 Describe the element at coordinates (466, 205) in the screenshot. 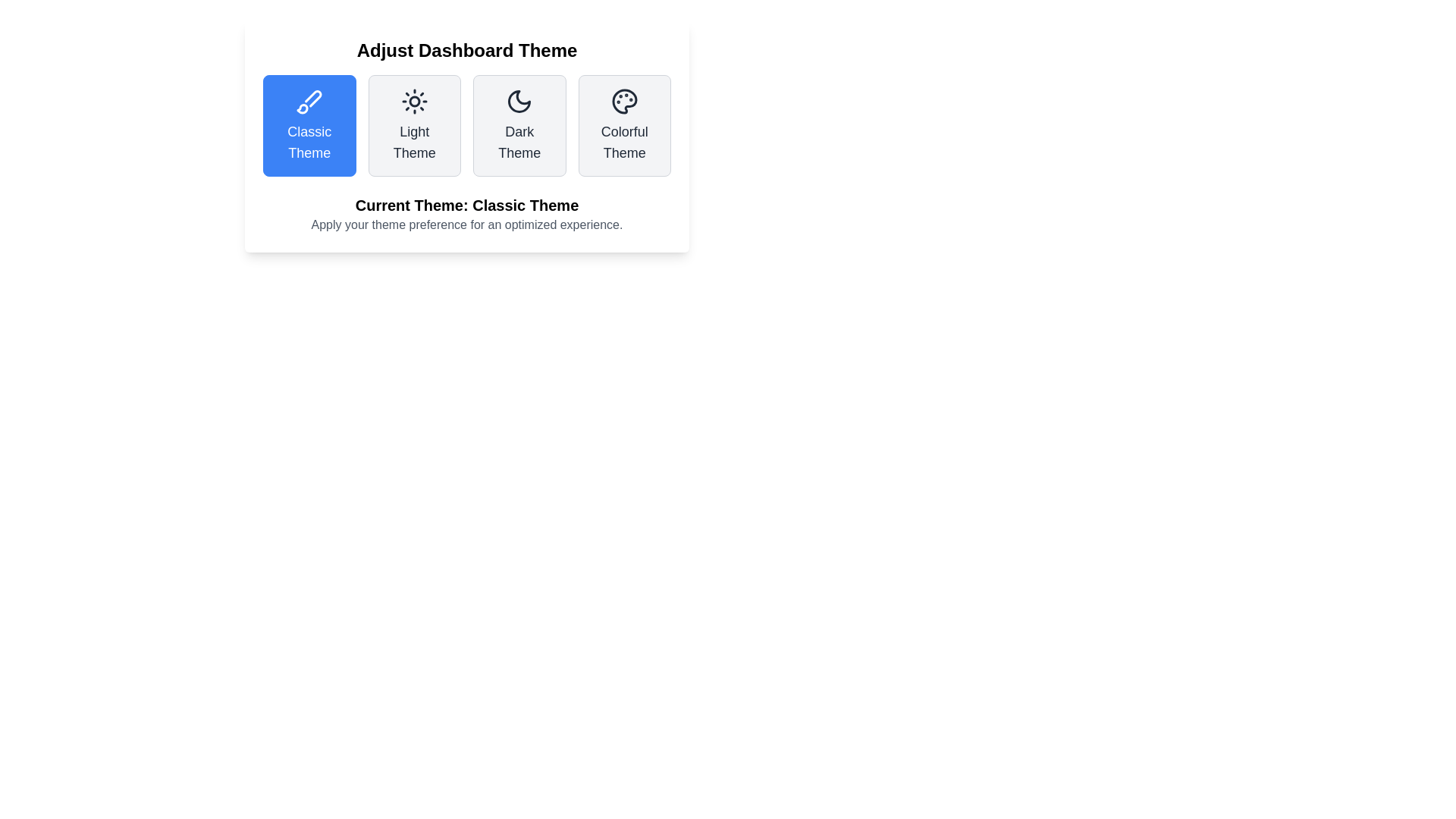

I see `the text label displaying 'Current Theme: Classic Theme' located in the 'Adjust Dashboard Theme' section` at that location.